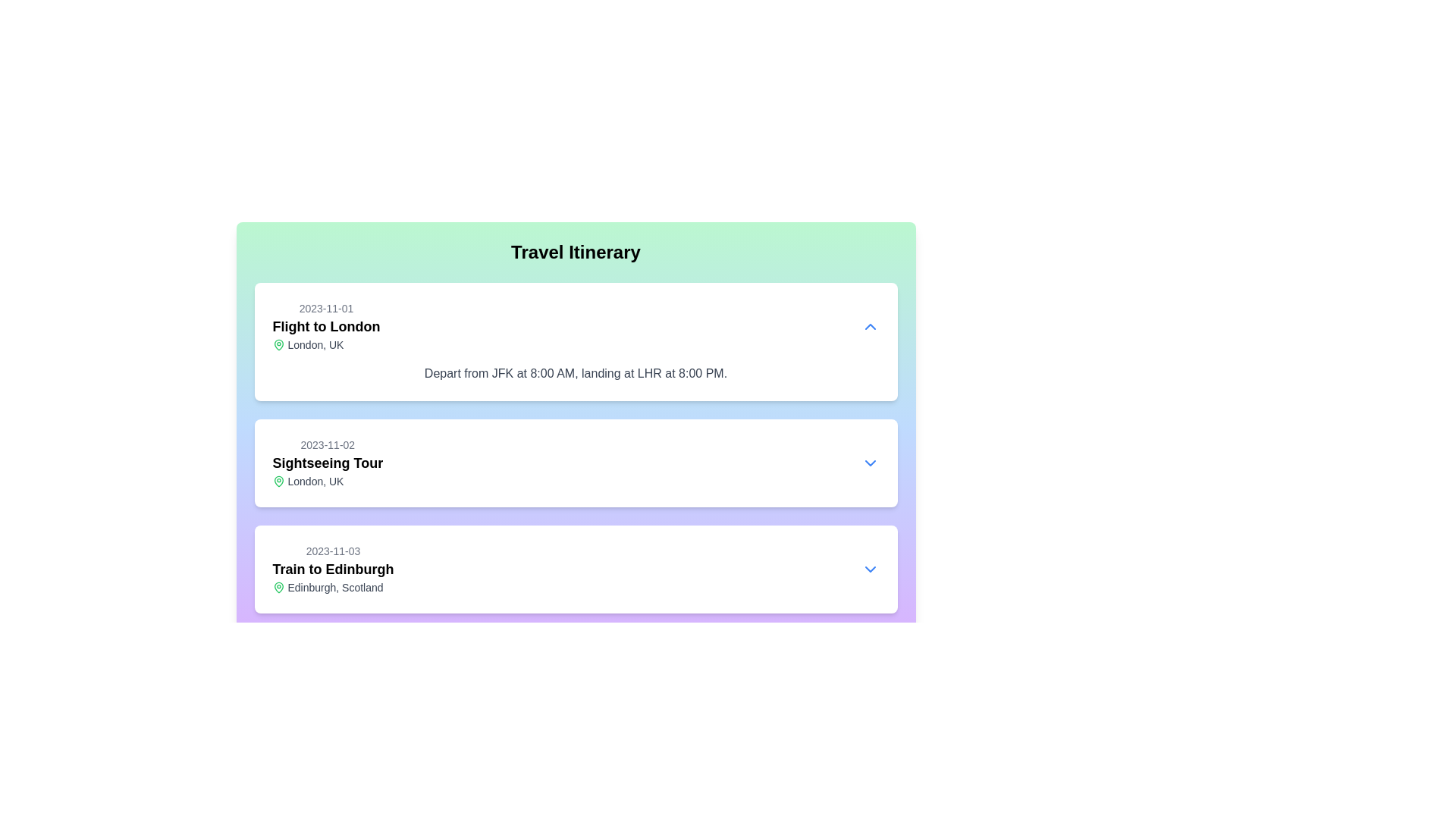 This screenshot has width=1456, height=819. Describe the element at coordinates (575, 462) in the screenshot. I see `the center of the Expandable travel item summary` at that location.